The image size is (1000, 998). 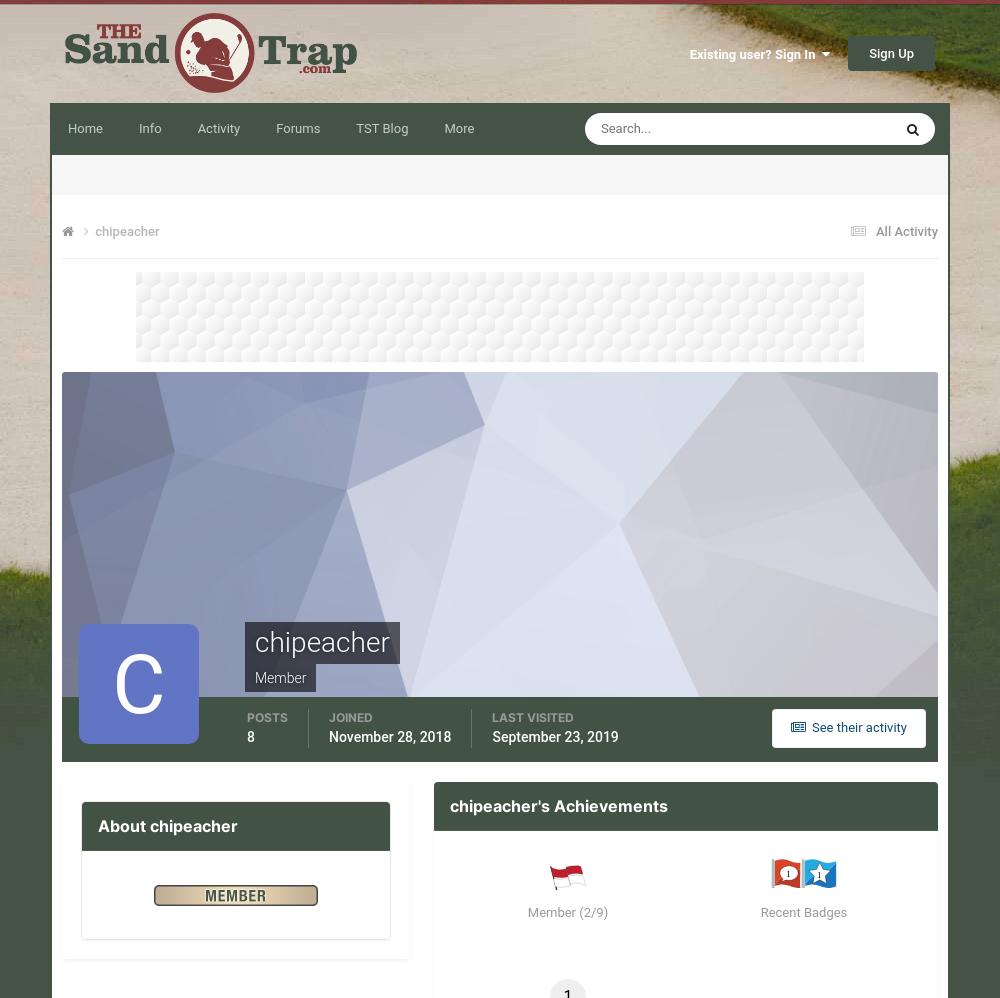 I want to click on 'Signing up is free', so click(x=217, y=953).